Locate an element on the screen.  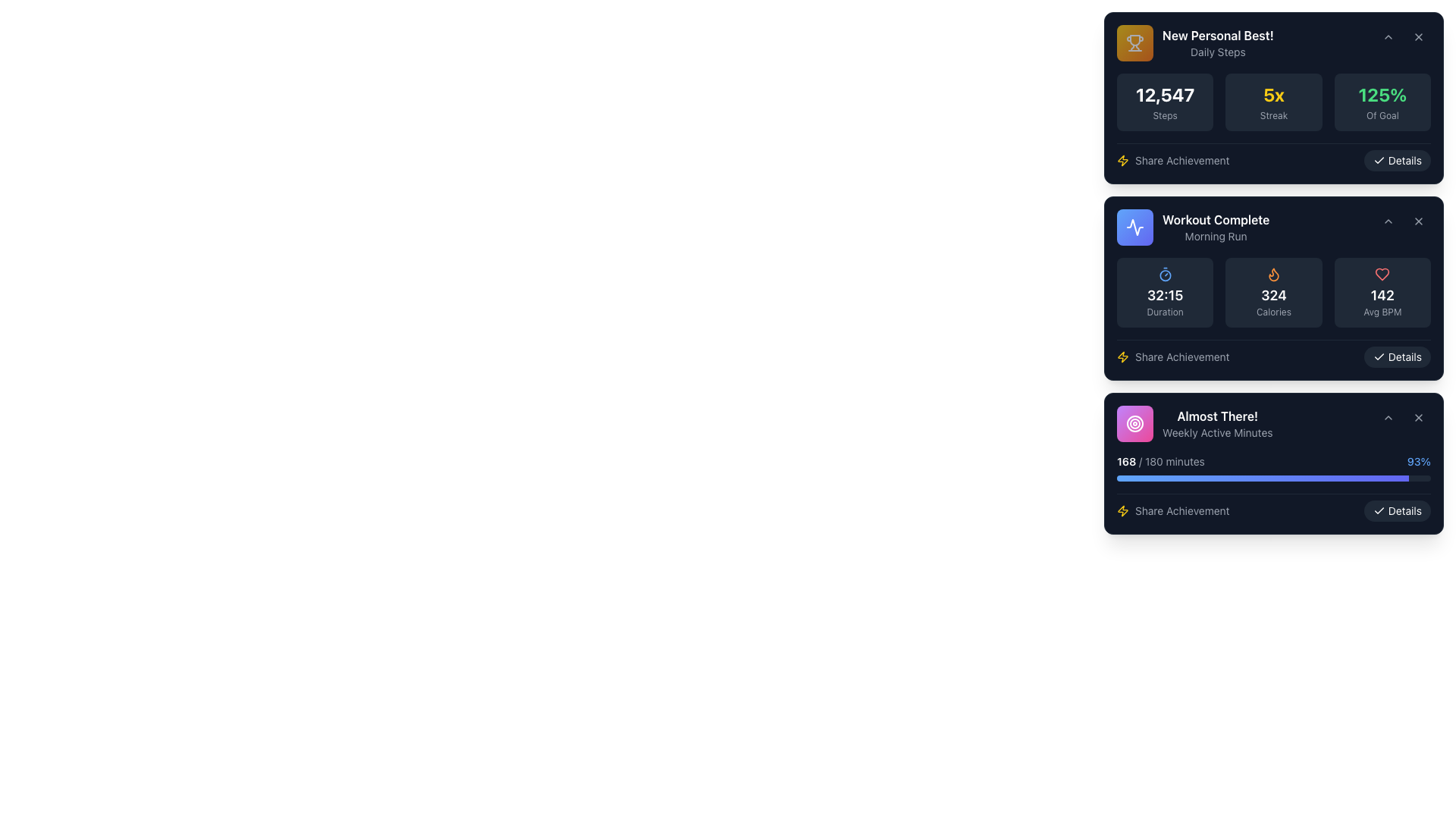
the chevron icon in the upper-right corner of the 'New Personal Best!' card is located at coordinates (1388, 36).